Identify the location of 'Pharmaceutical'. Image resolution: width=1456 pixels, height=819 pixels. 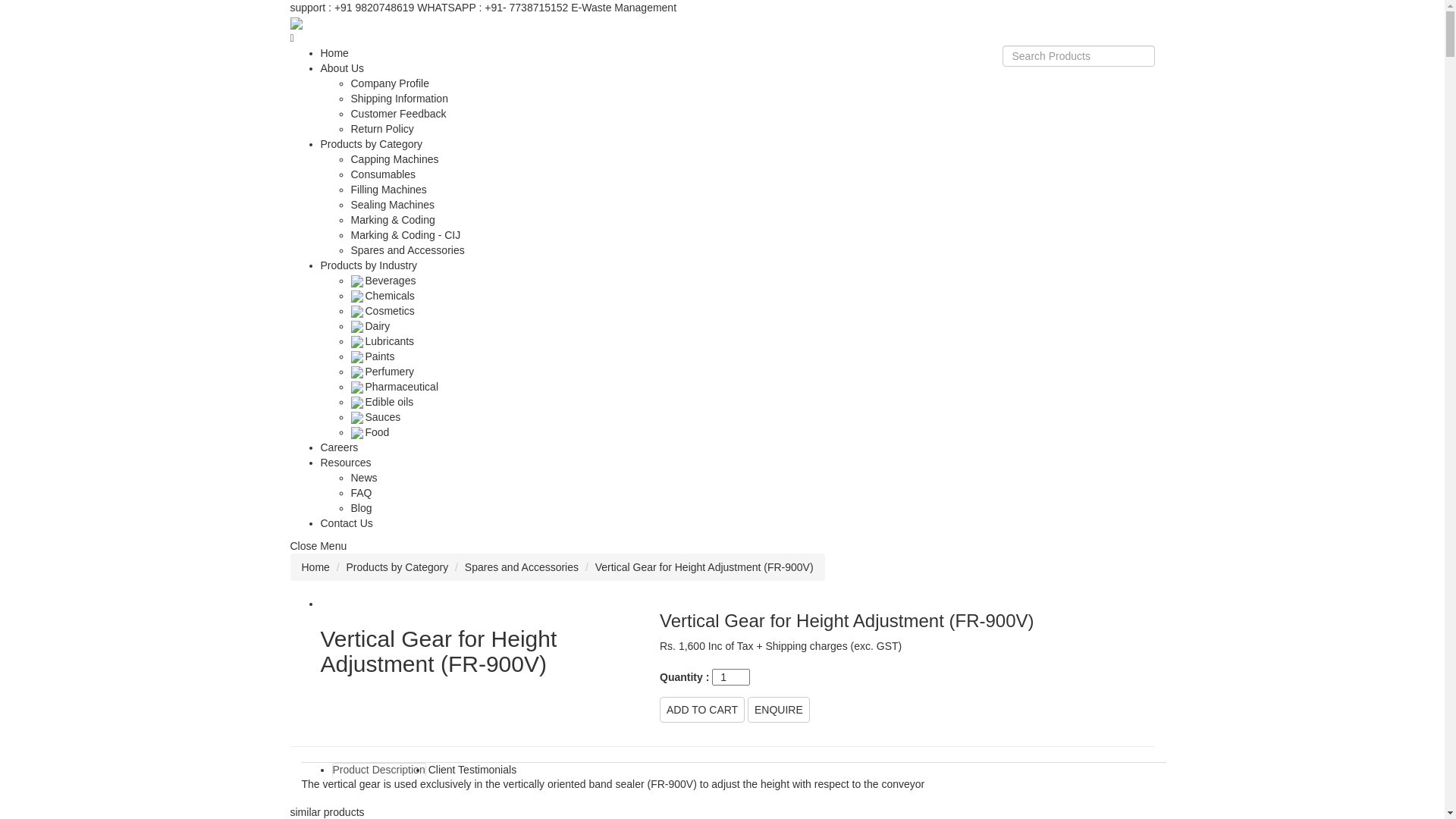
(394, 385).